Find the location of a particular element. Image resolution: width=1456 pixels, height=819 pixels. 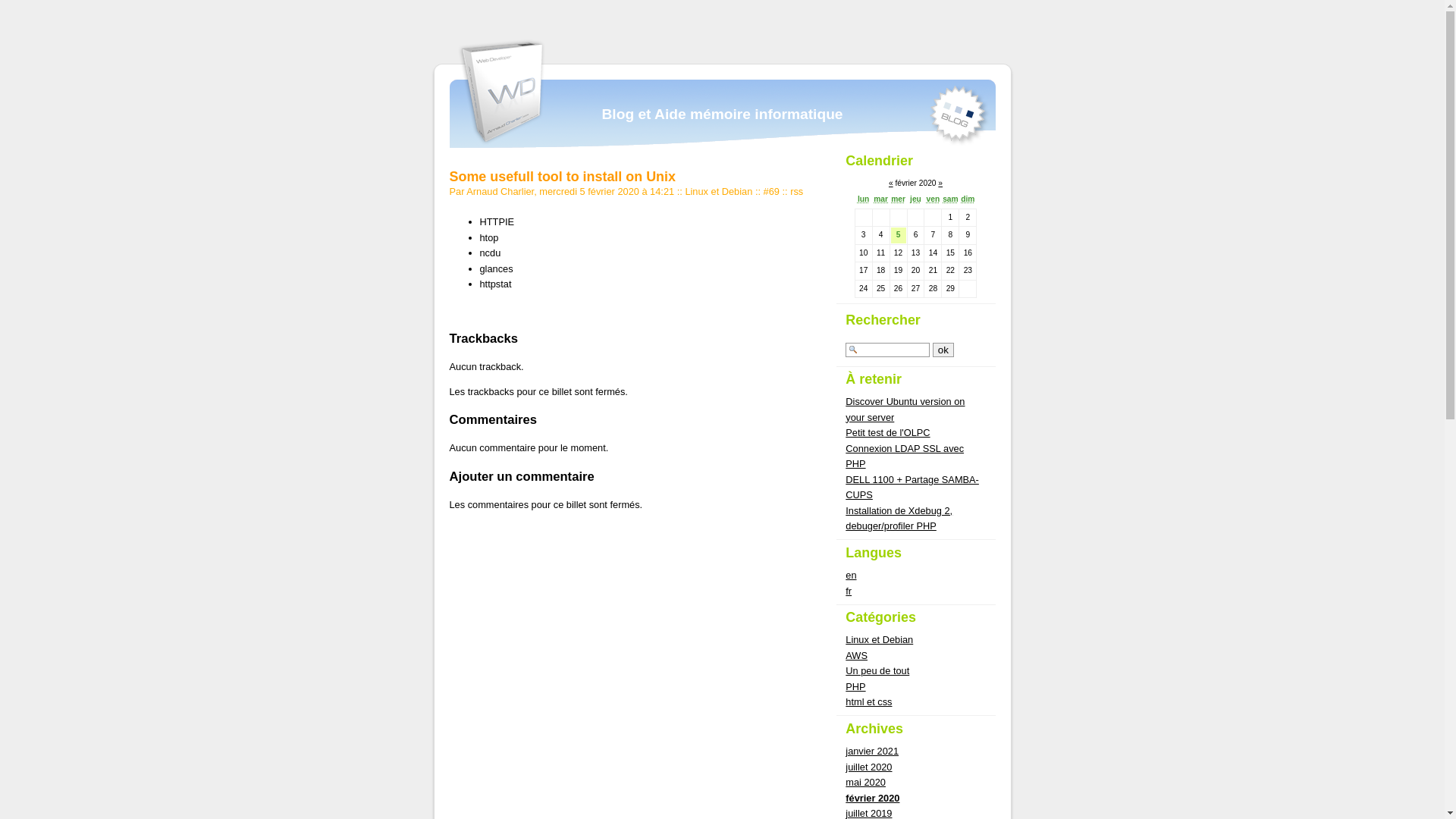

'janvier 2021' is located at coordinates (872, 751).